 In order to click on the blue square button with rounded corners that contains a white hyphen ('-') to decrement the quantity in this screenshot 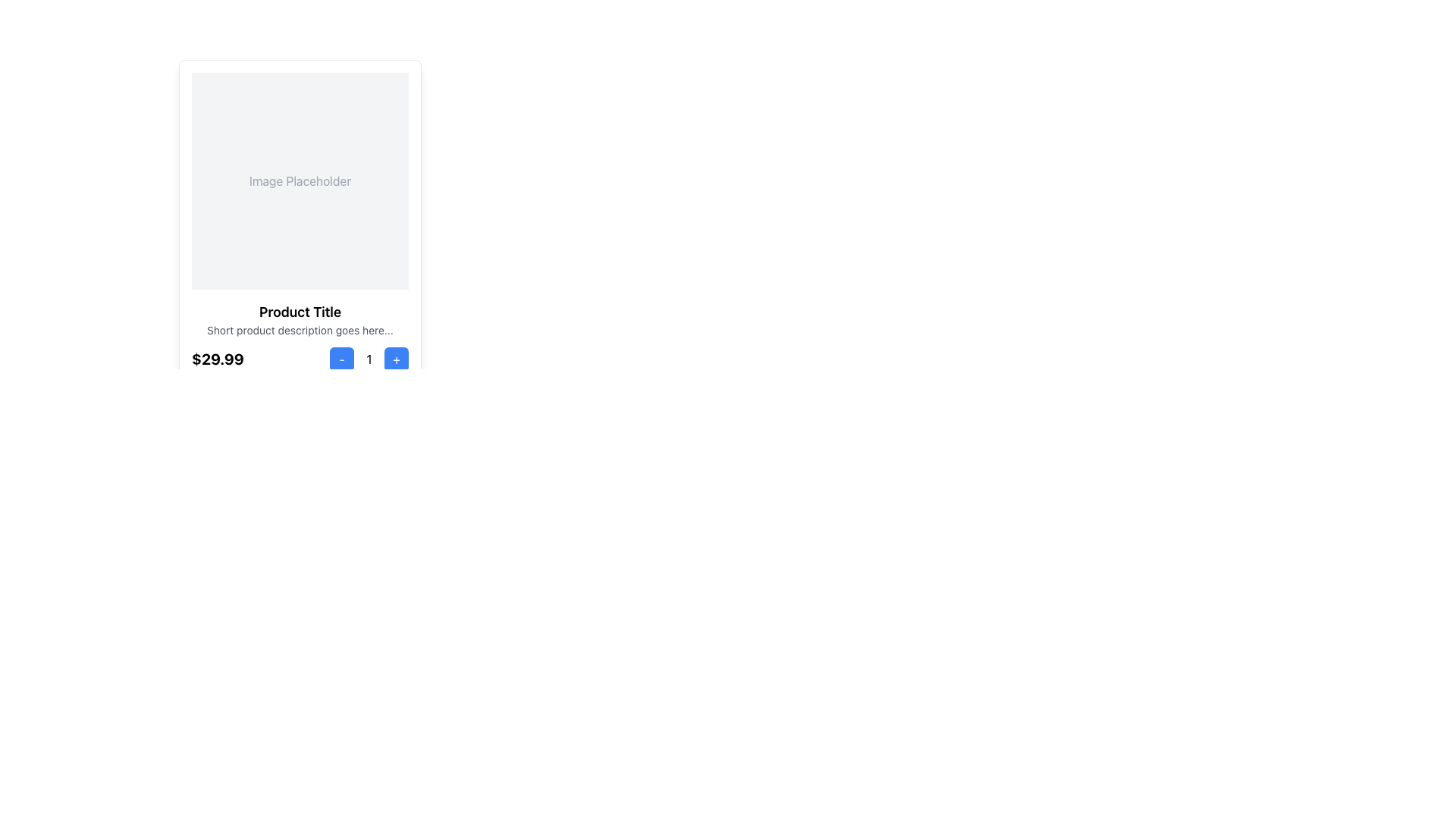, I will do `click(341, 359)`.